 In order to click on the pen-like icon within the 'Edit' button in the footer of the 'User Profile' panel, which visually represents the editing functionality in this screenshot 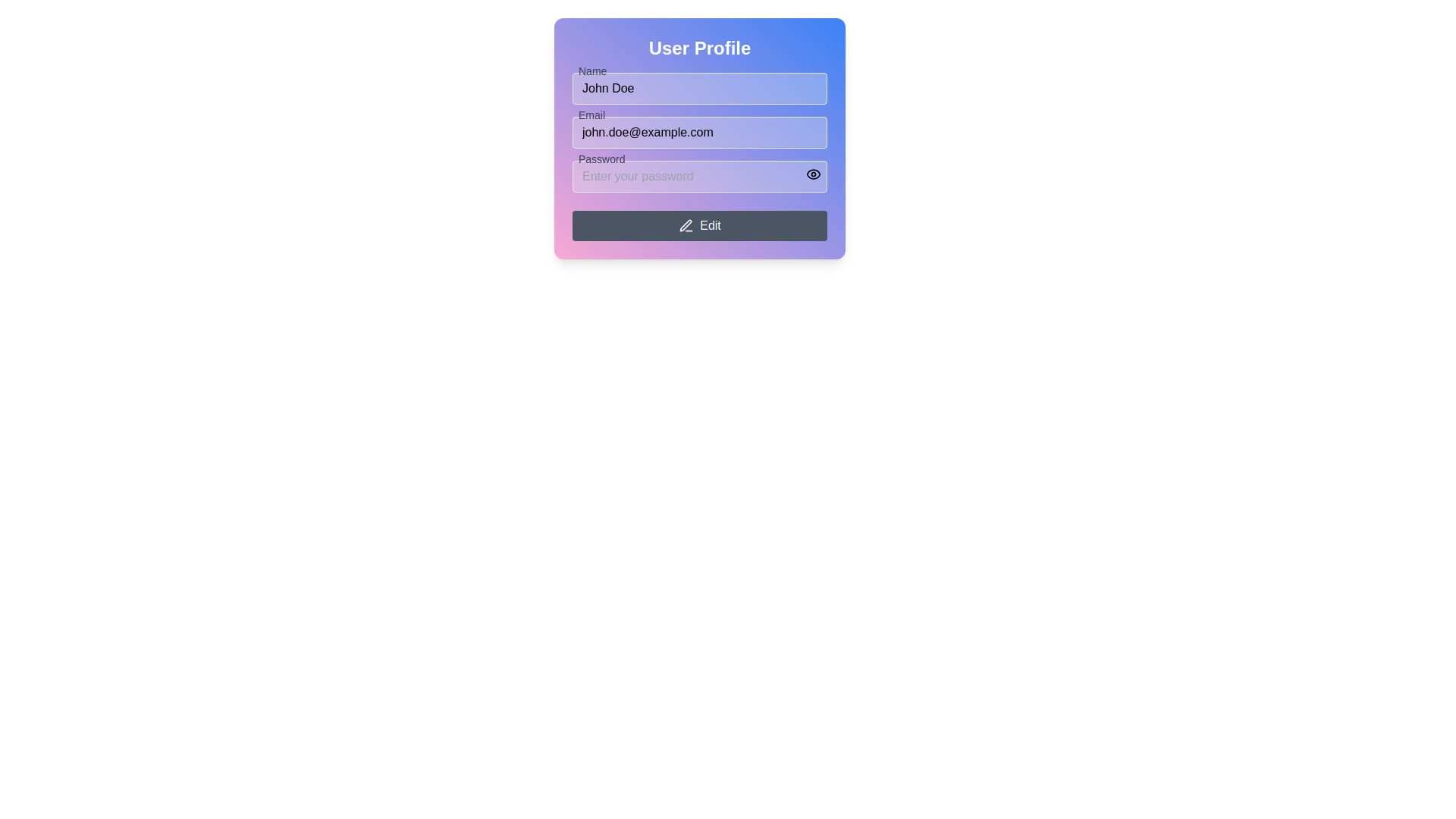, I will do `click(685, 225)`.